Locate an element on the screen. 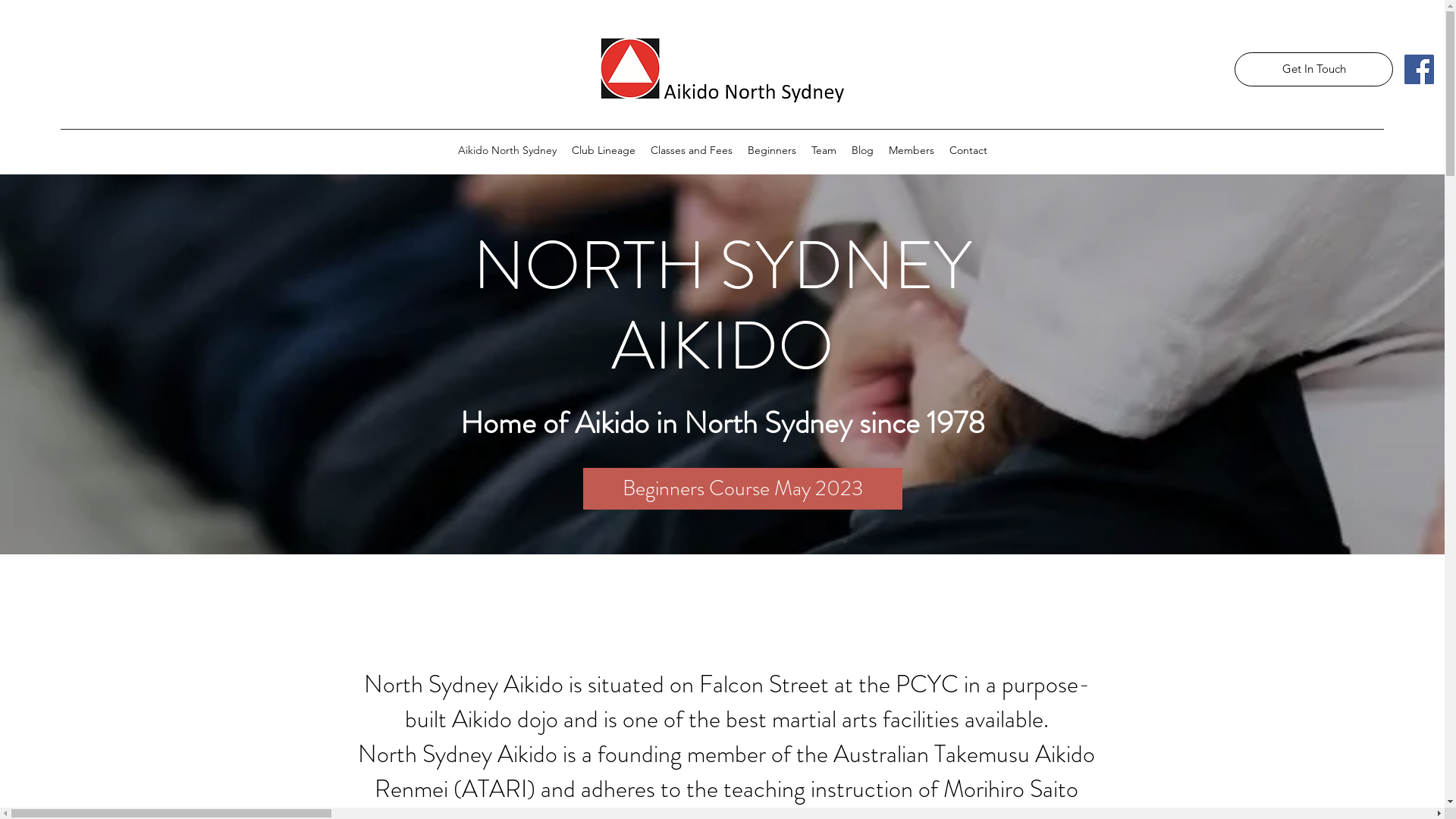 This screenshot has width=1456, height=819. 'Club Lineage' is located at coordinates (603, 150).